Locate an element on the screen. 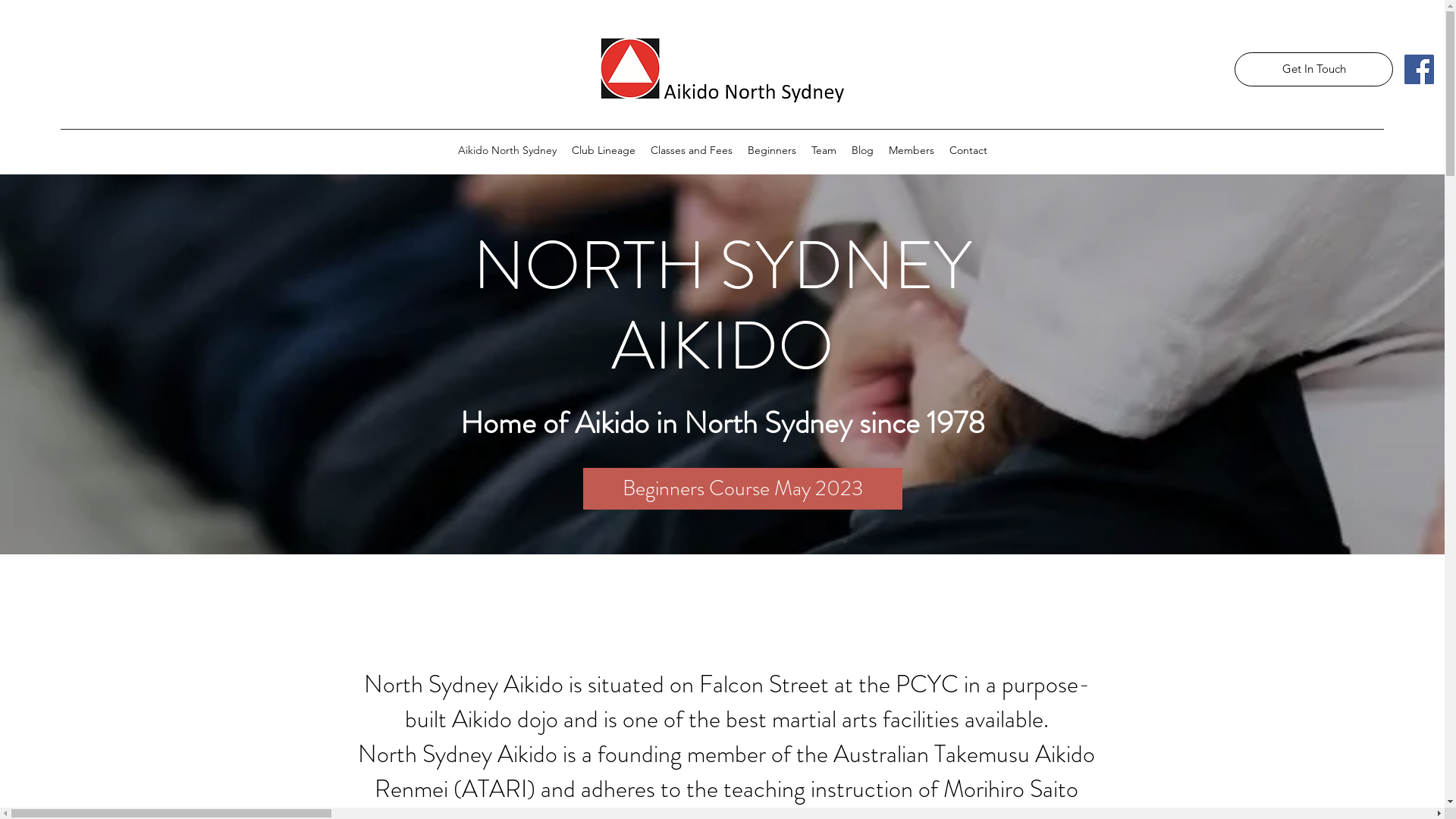 This screenshot has width=1456, height=819. 'Club Lineage' is located at coordinates (603, 150).